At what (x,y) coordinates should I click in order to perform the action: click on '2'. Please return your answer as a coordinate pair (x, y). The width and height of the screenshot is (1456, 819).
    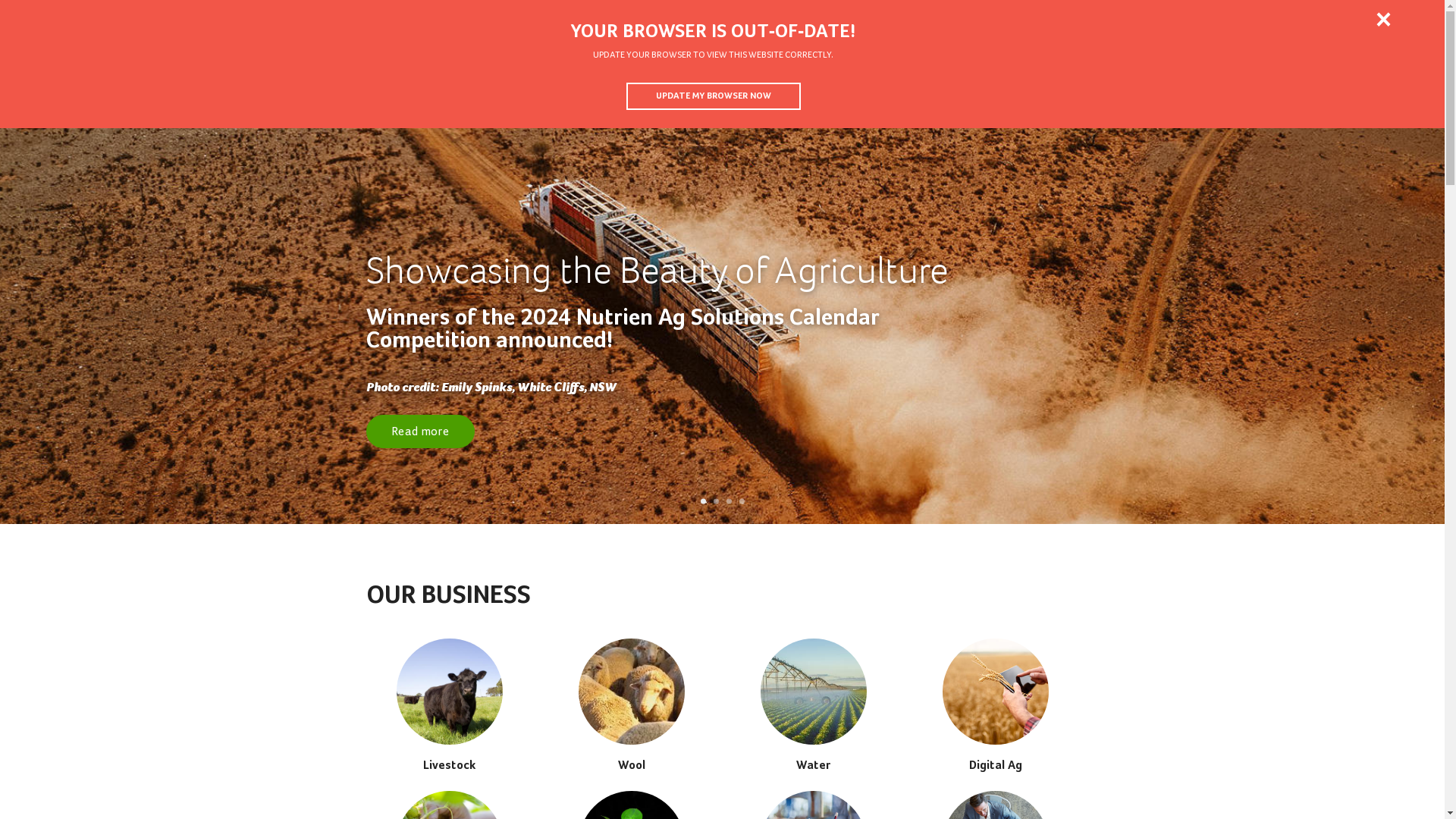
    Looking at the image, I should click on (714, 501).